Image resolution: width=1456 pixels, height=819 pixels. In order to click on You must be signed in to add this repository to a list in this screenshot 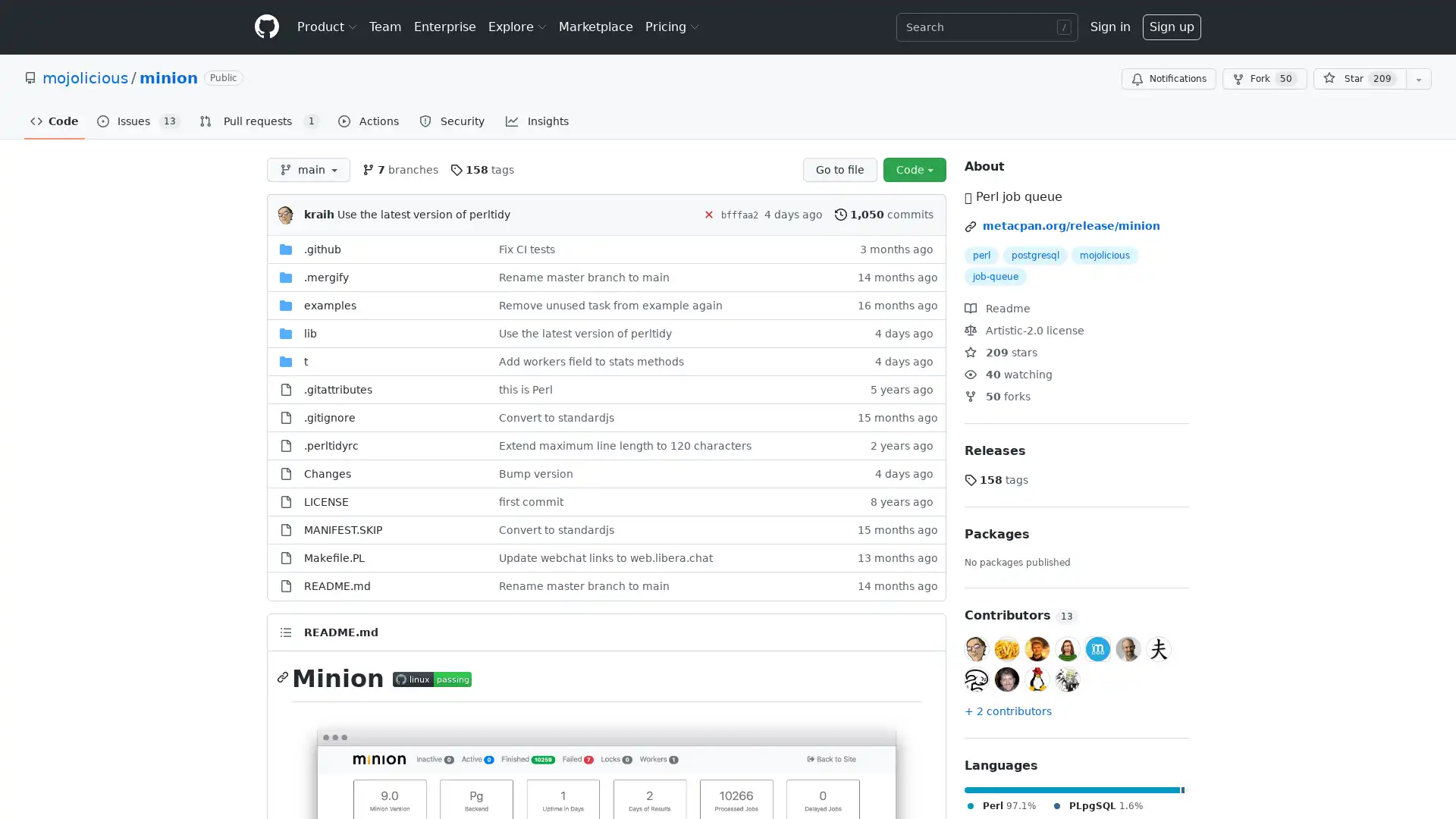, I will do `click(1418, 79)`.